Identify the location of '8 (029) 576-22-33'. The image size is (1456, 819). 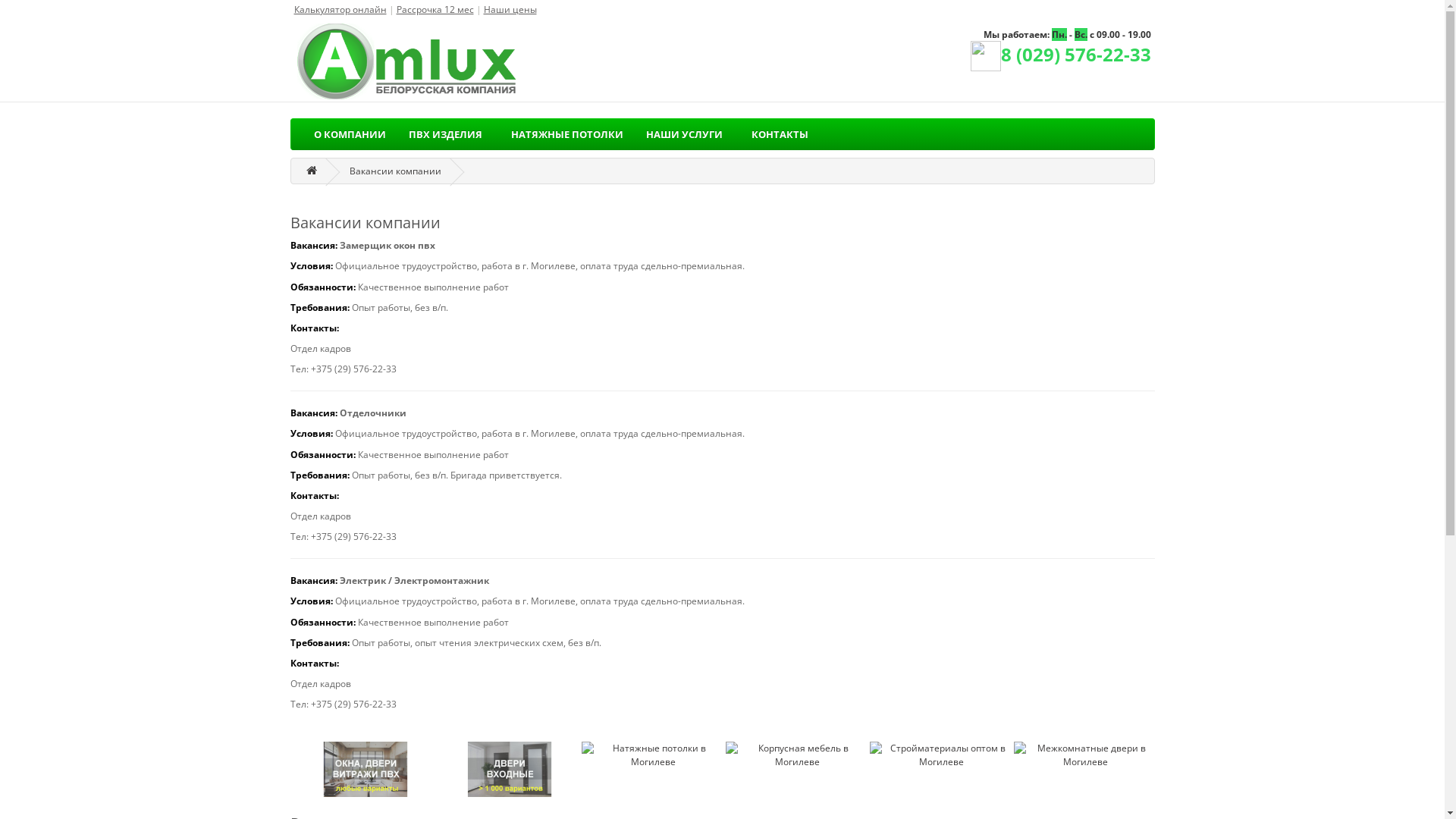
(1059, 57).